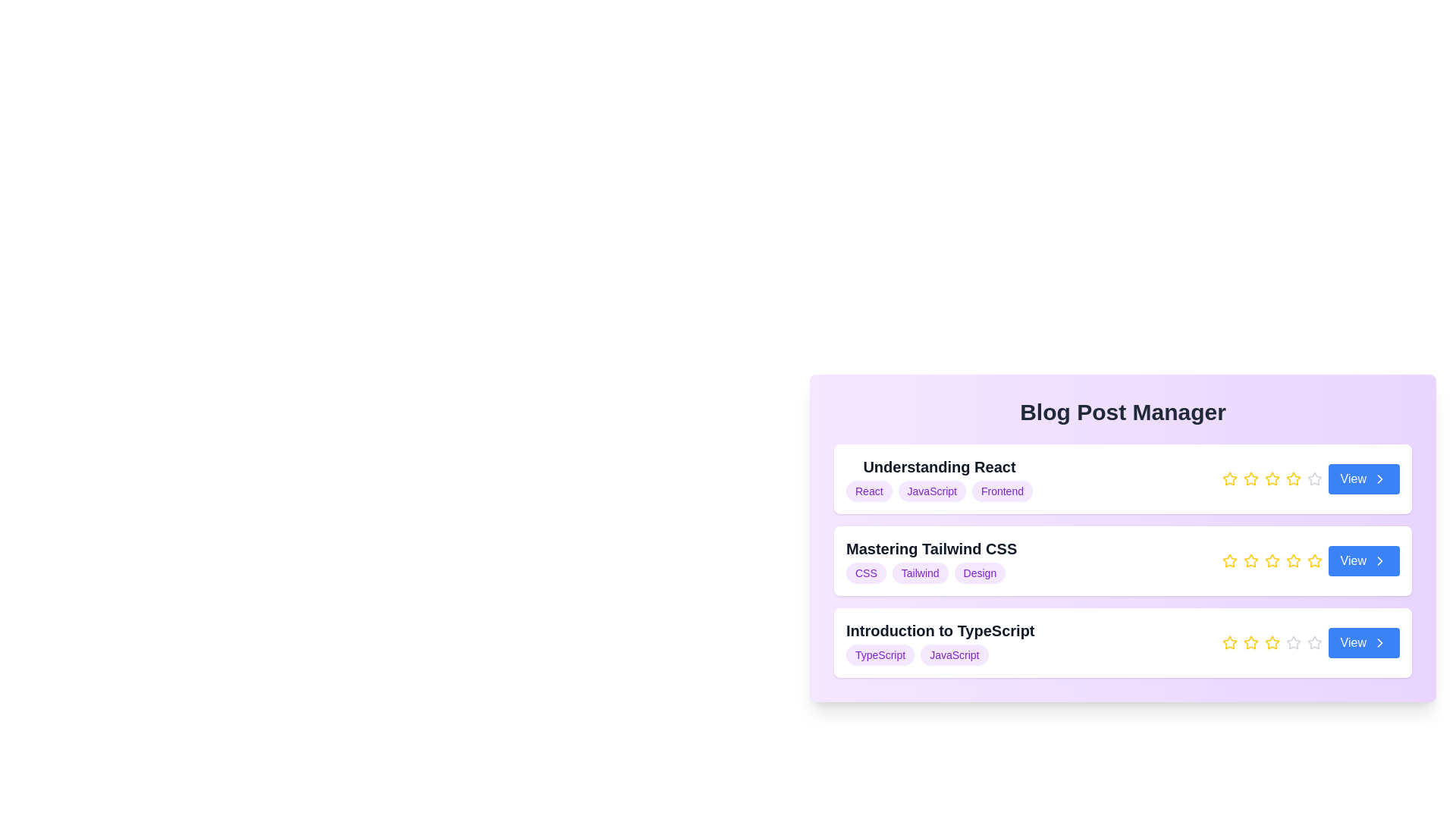 Image resolution: width=1456 pixels, height=819 pixels. Describe the element at coordinates (869, 491) in the screenshot. I see `the non-interactive label/tag that specifies the category 'React', which is the first tag in a row of tags under the title 'Understanding React'` at that location.